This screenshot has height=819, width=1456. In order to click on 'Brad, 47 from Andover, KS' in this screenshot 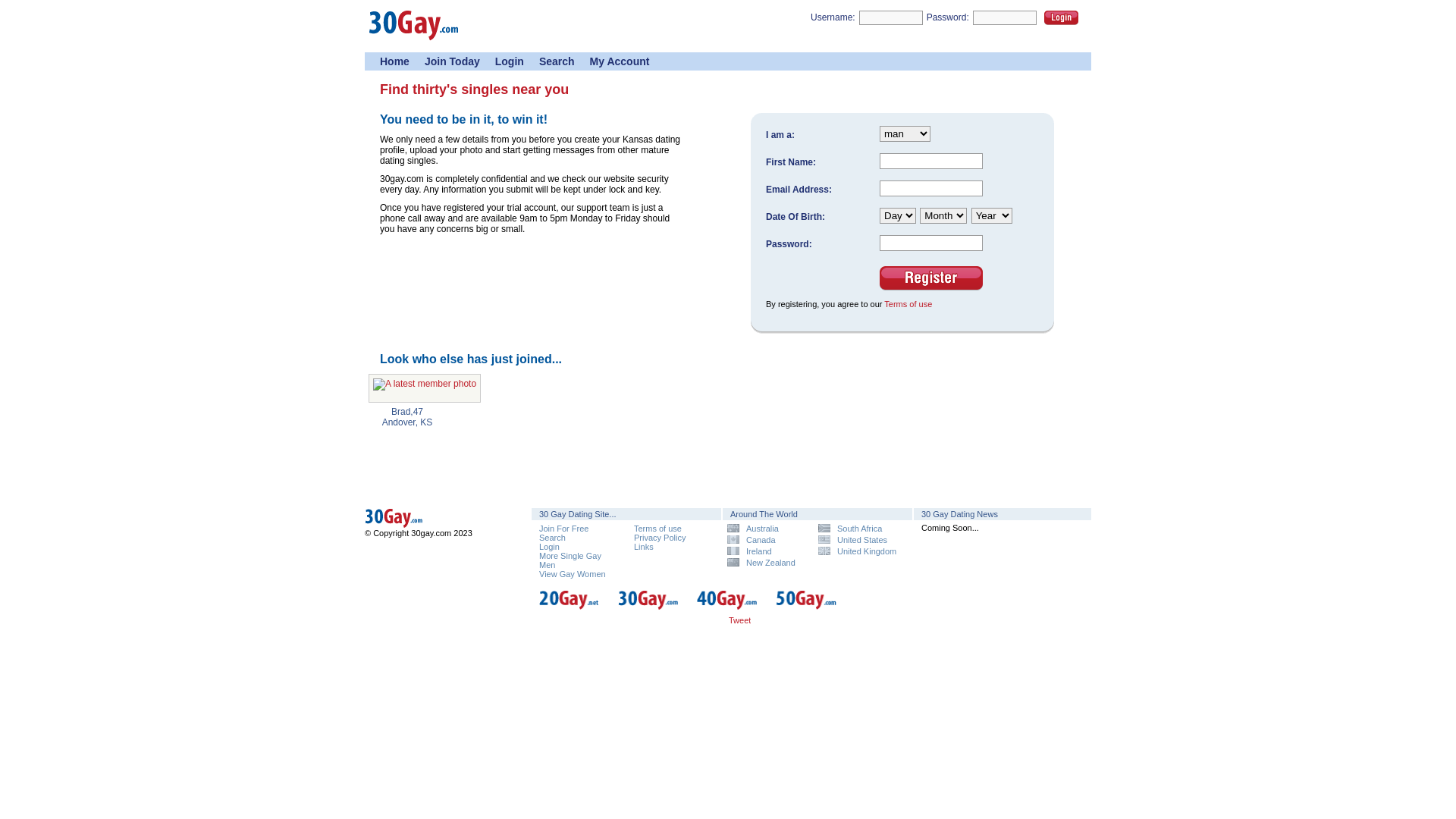, I will do `click(425, 388)`.